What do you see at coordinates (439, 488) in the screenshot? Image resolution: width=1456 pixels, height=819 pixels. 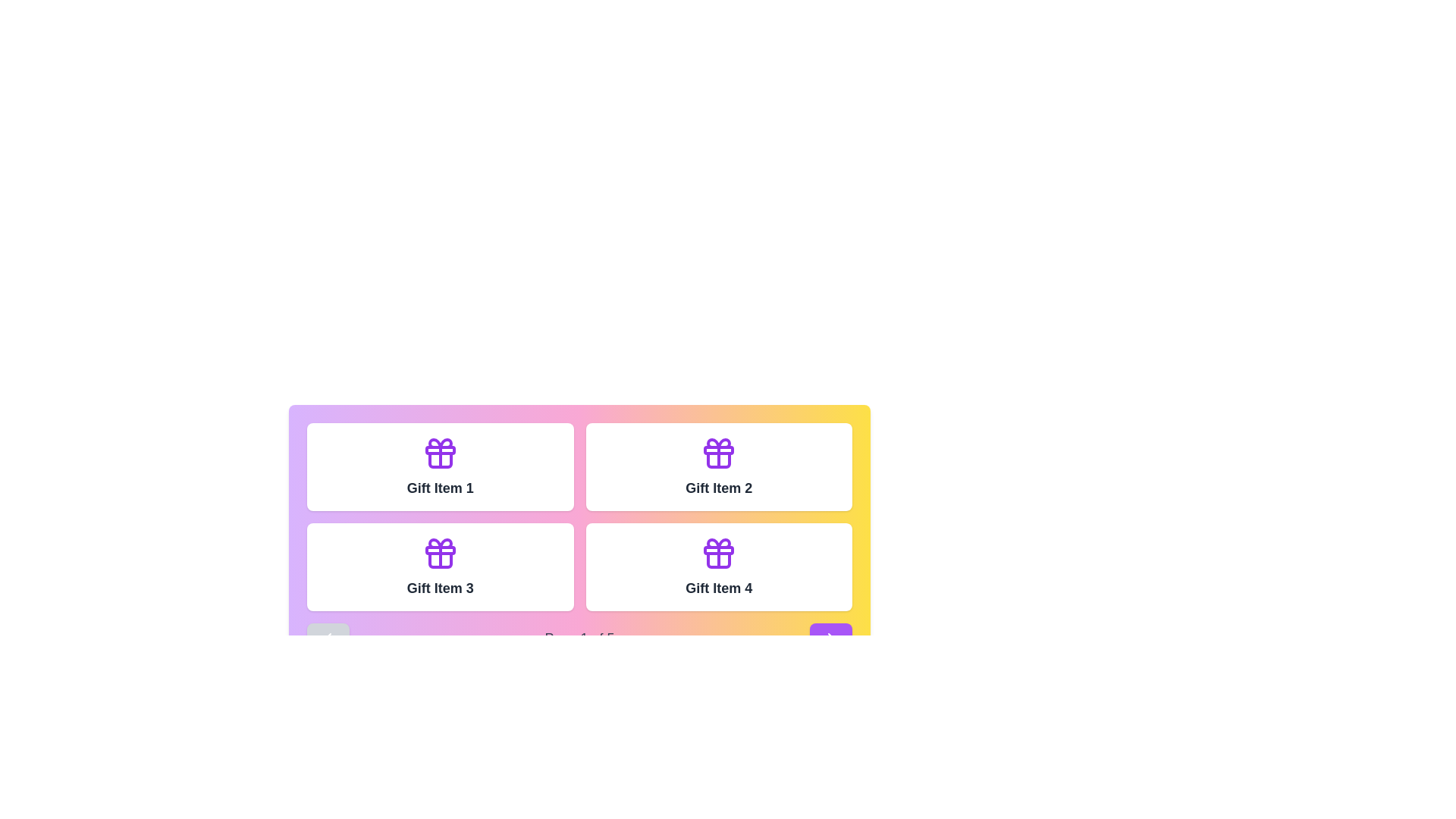 I see `text label displaying 'Gift Item 1' which is bold and dark gray, located below the purple gift box icon in the top-left card of the grid layout` at bounding box center [439, 488].